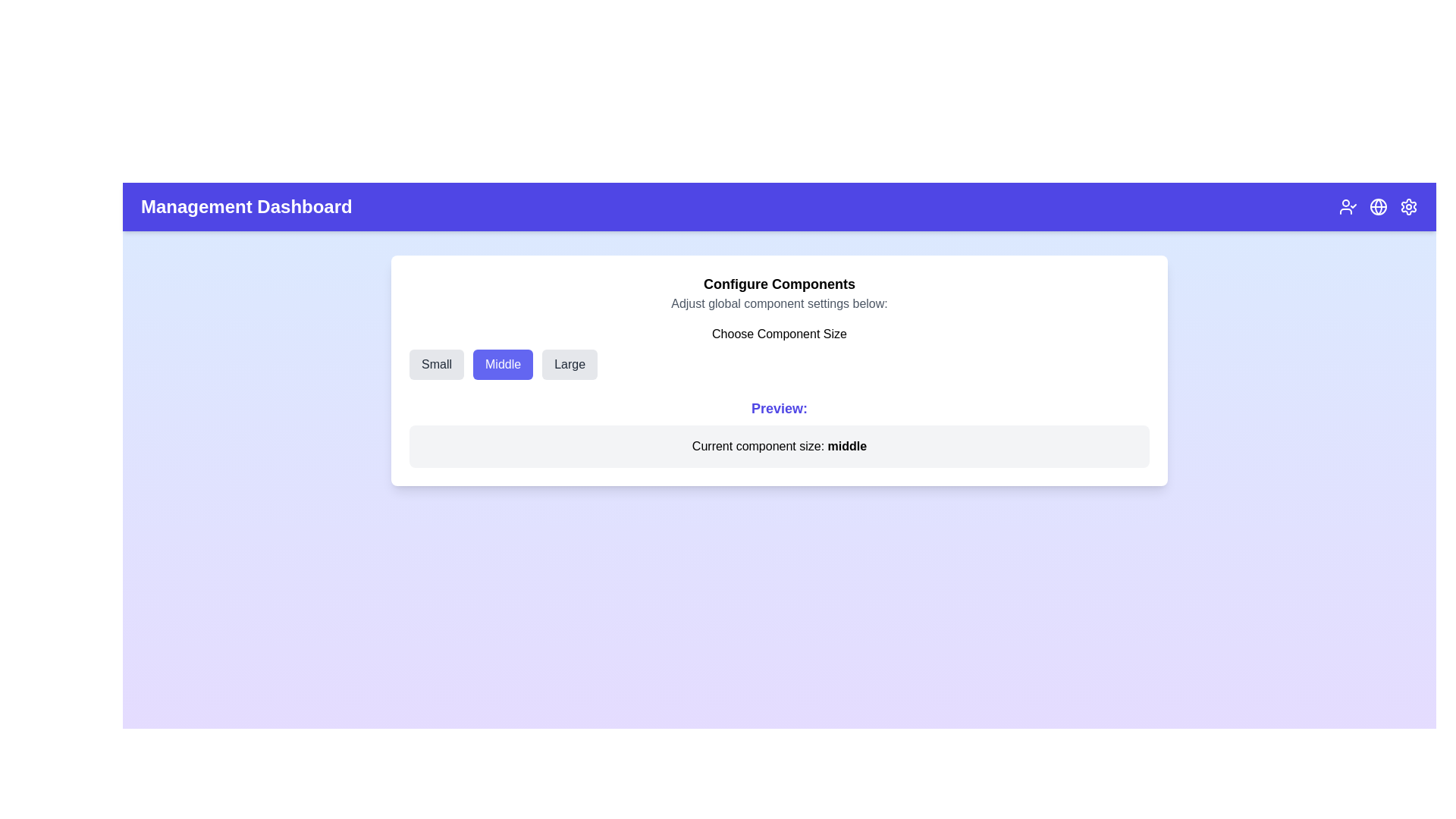  I want to click on the user account/profile icon in the top-right corner of the navigation bar, so click(1348, 207).